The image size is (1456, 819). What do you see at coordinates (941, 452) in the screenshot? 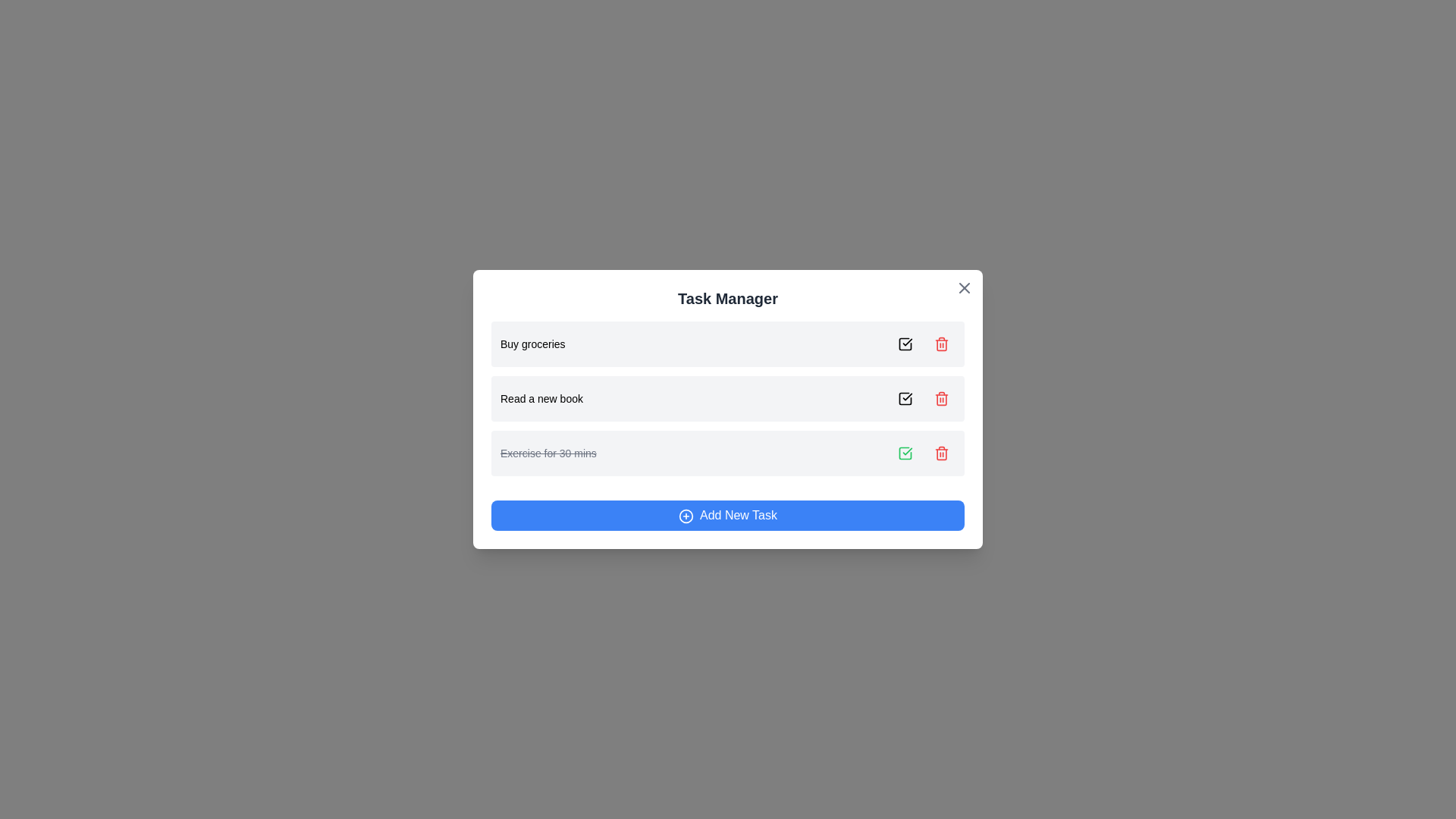
I see `the delete button located at the rightmost position in the horizontal row of interactive elements` at bounding box center [941, 452].